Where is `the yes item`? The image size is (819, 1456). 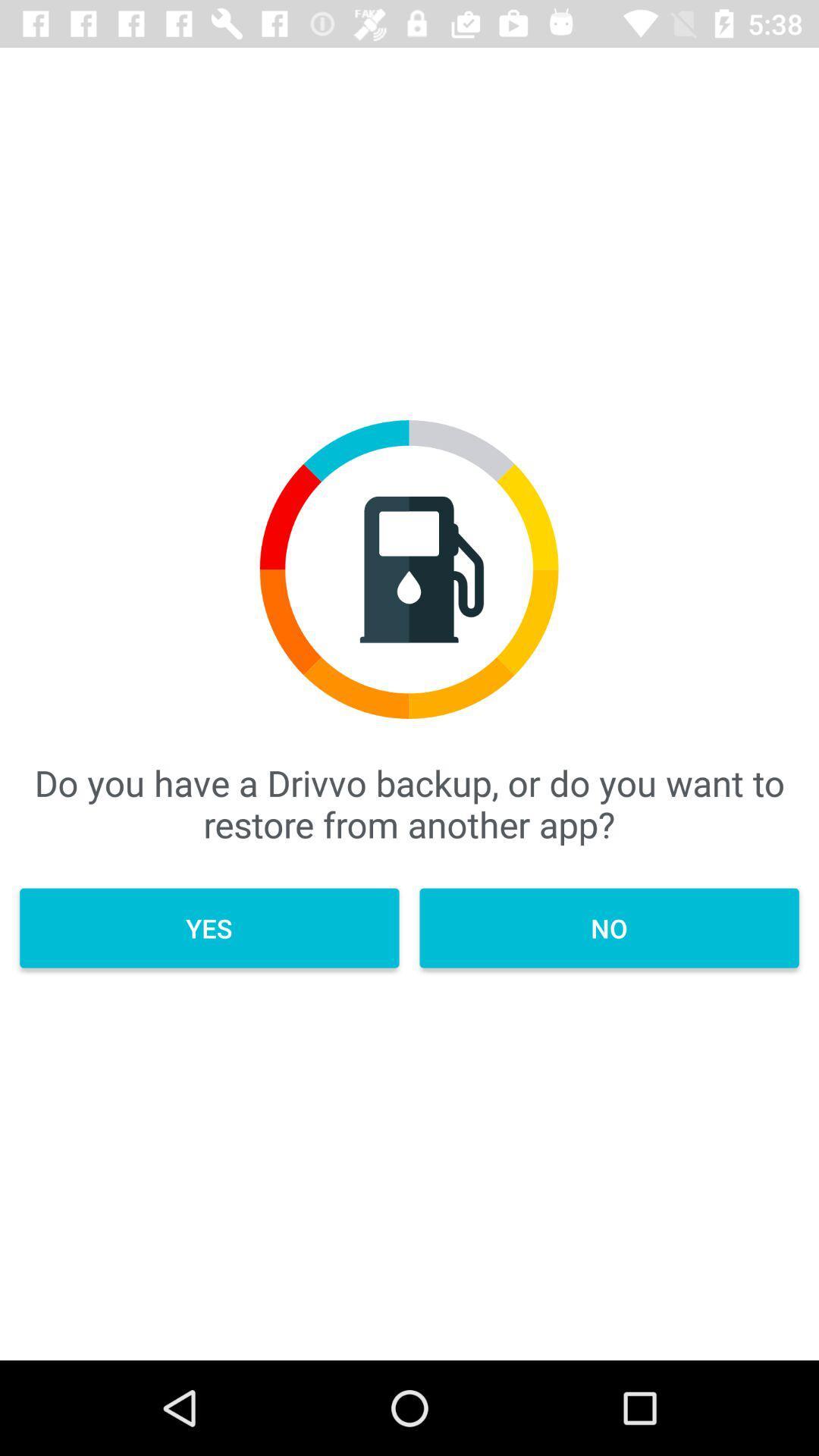
the yes item is located at coordinates (209, 927).